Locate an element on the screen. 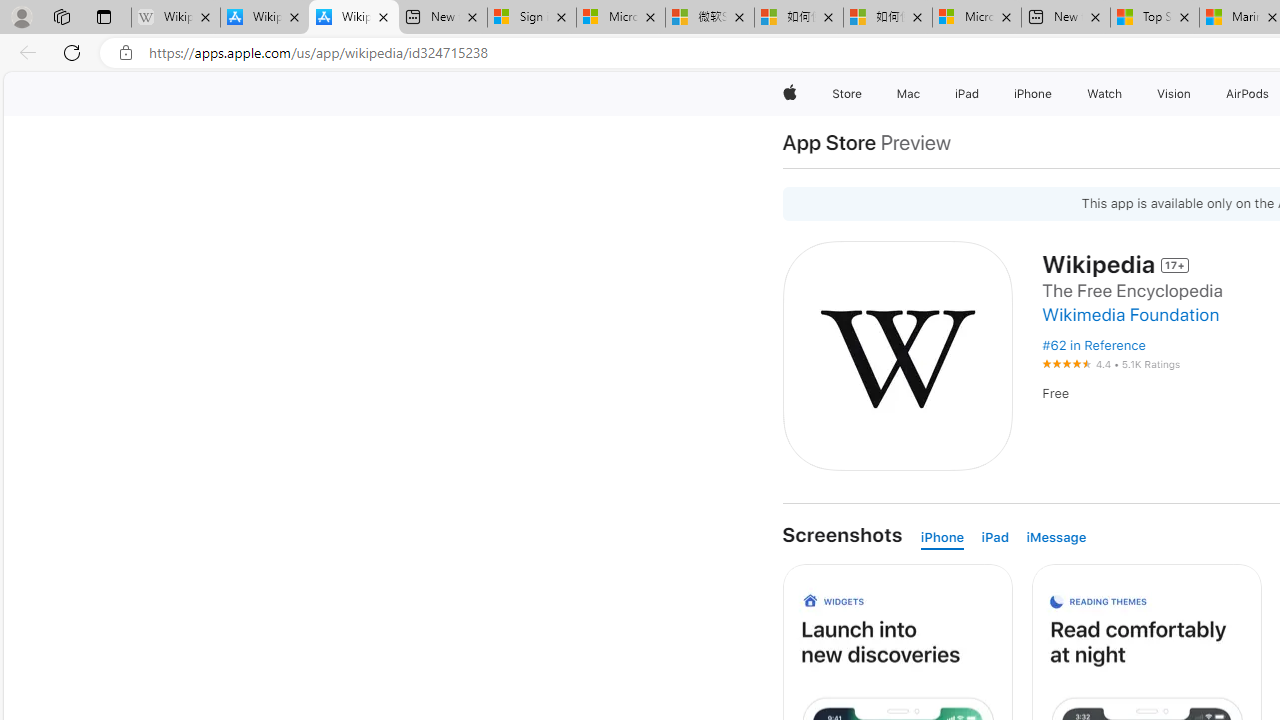 Image resolution: width=1280 pixels, height=720 pixels. 'iPad' is located at coordinates (994, 537).